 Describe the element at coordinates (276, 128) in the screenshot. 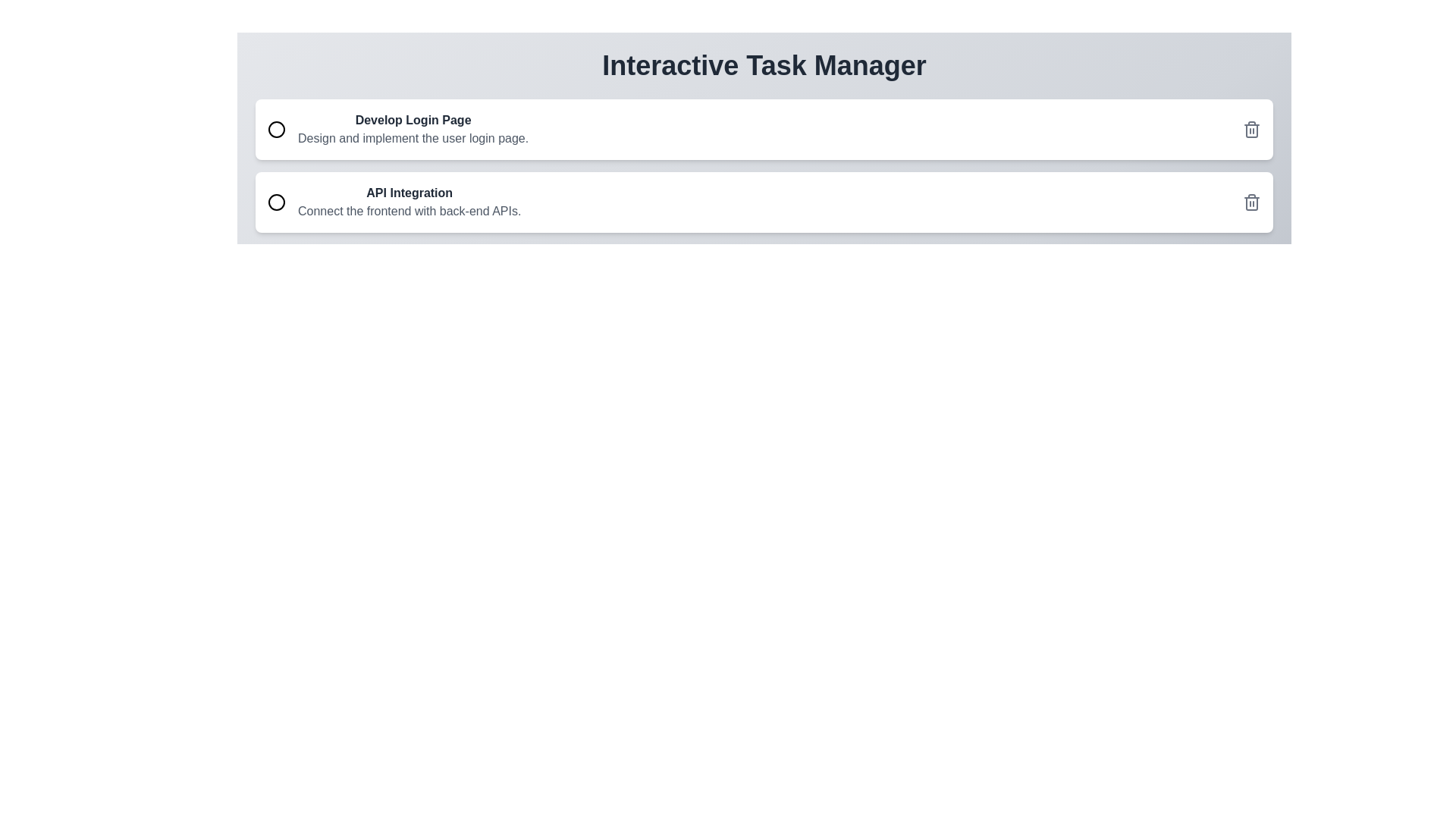

I see `the completion indicator of the task titled 'Develop Login Page' to toggle its completion state` at that location.